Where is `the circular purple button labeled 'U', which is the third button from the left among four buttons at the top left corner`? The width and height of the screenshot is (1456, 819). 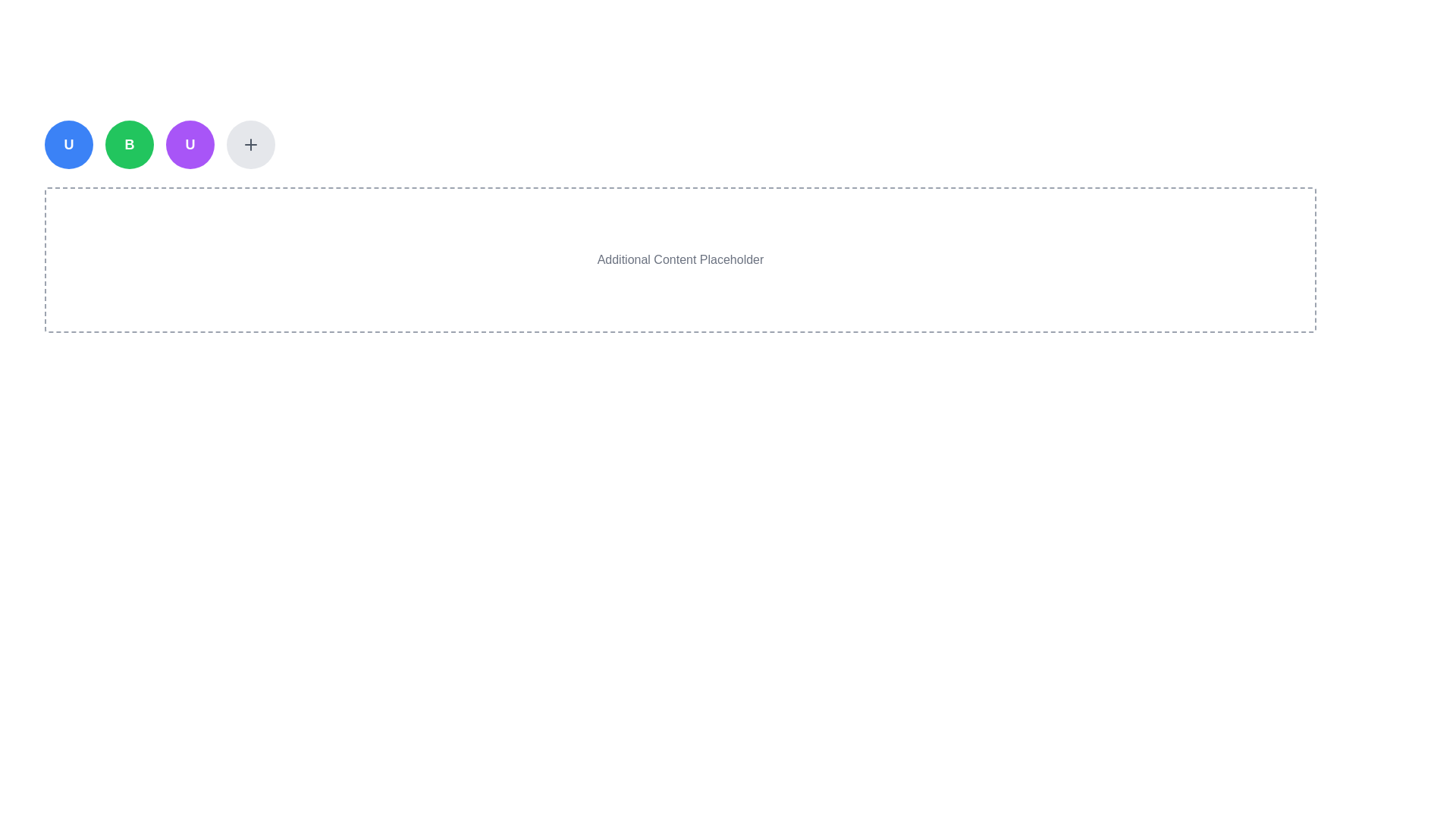
the circular purple button labeled 'U', which is the third button from the left among four buttons at the top left corner is located at coordinates (189, 189).